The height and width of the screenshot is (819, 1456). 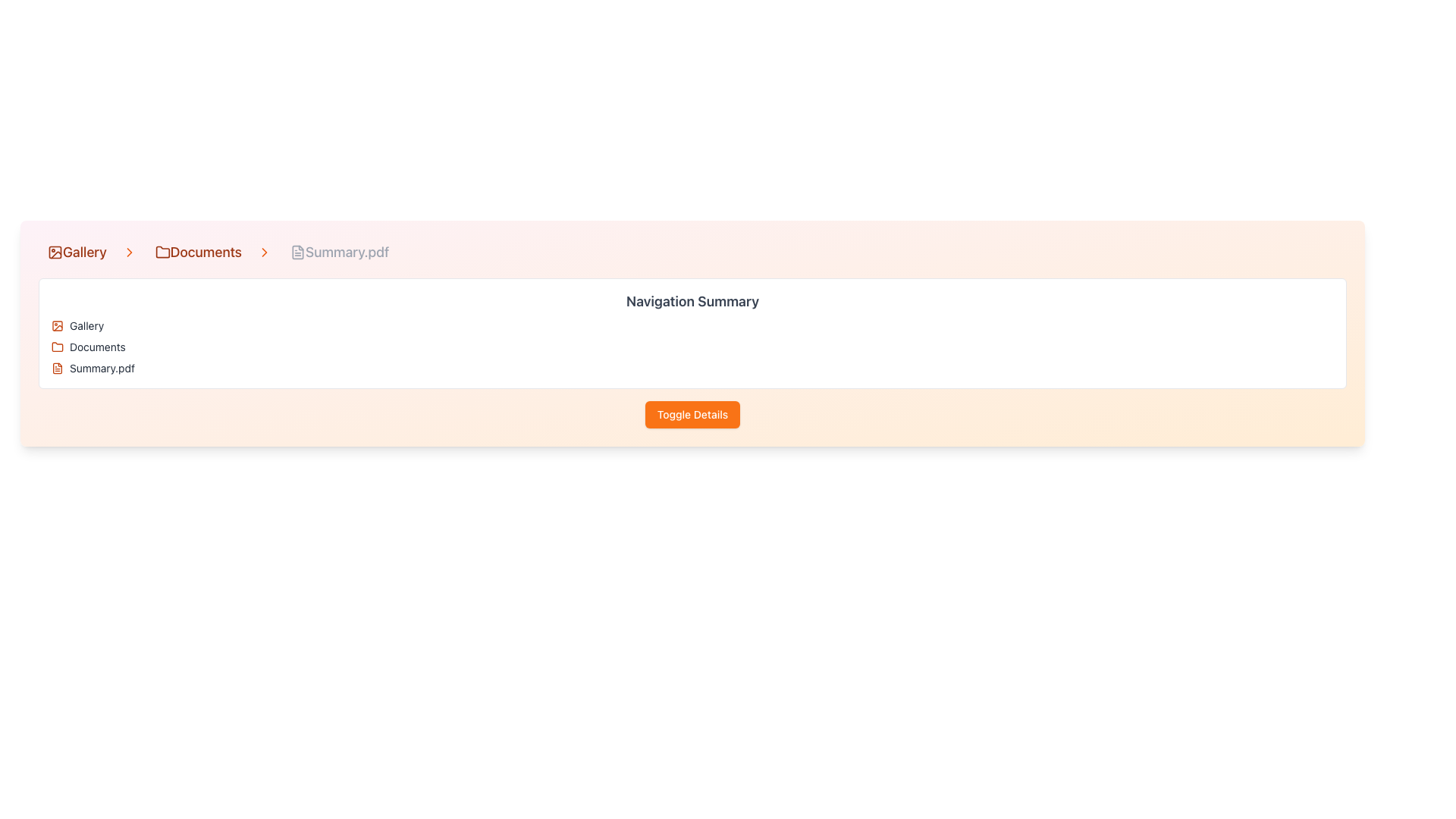 I want to click on text label displaying 'Gallery' located in the upper-left section of a vertically-oriented list, so click(x=86, y=325).